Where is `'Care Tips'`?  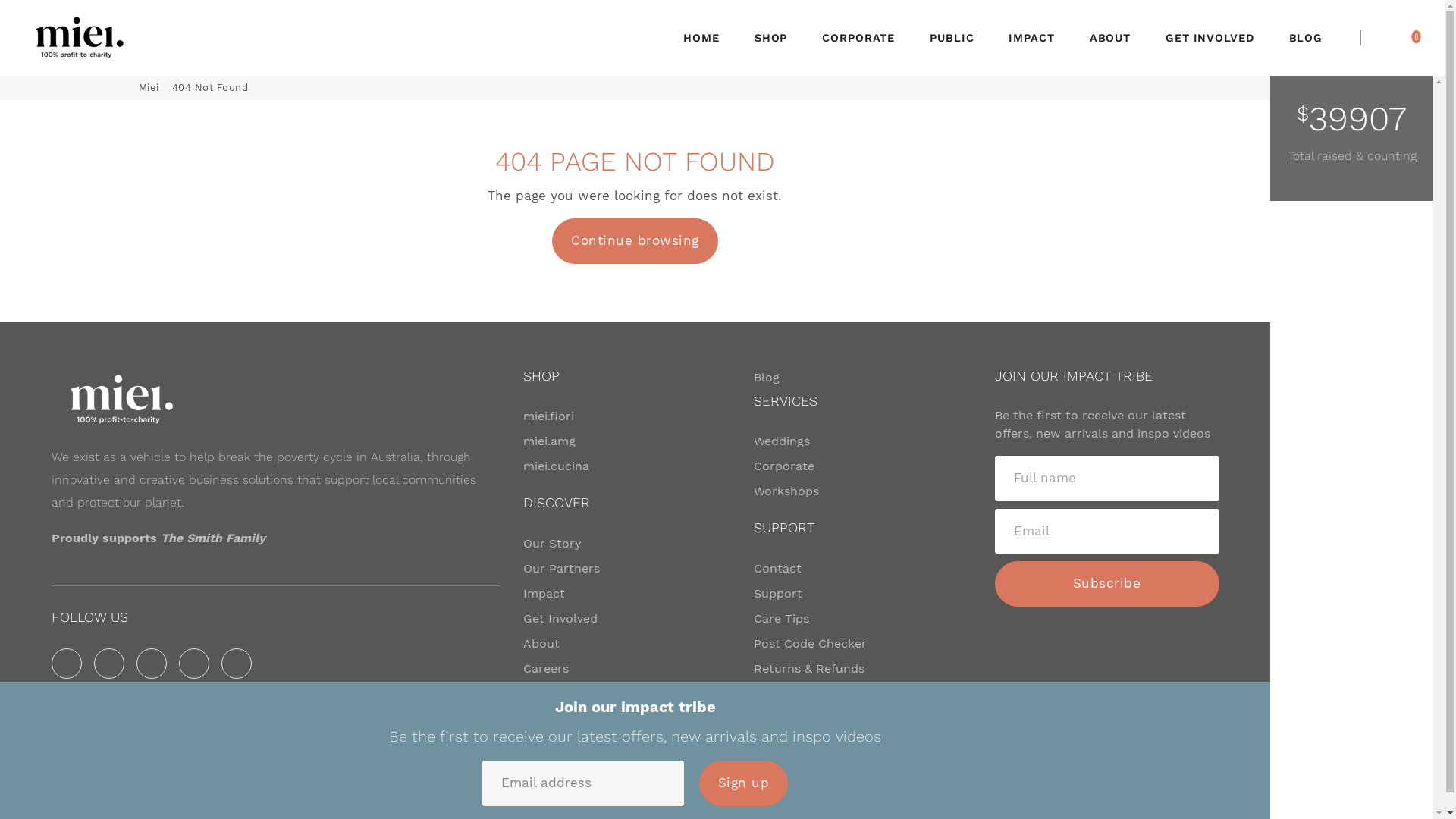
'Care Tips' is located at coordinates (781, 619).